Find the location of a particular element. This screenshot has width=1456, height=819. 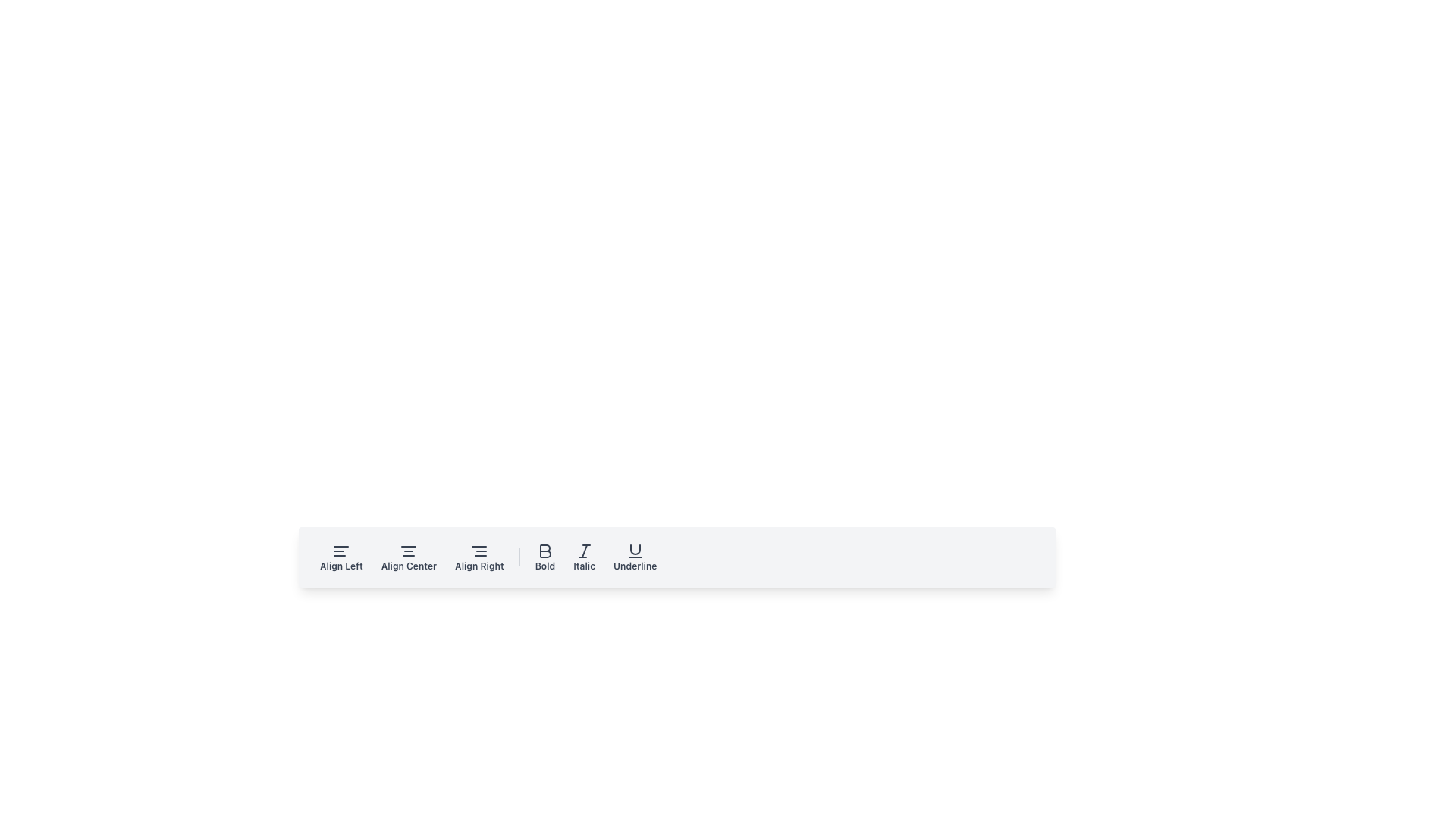

the 'Underline' button with the 'U' icon in the text formatting toolbar is located at coordinates (635, 557).